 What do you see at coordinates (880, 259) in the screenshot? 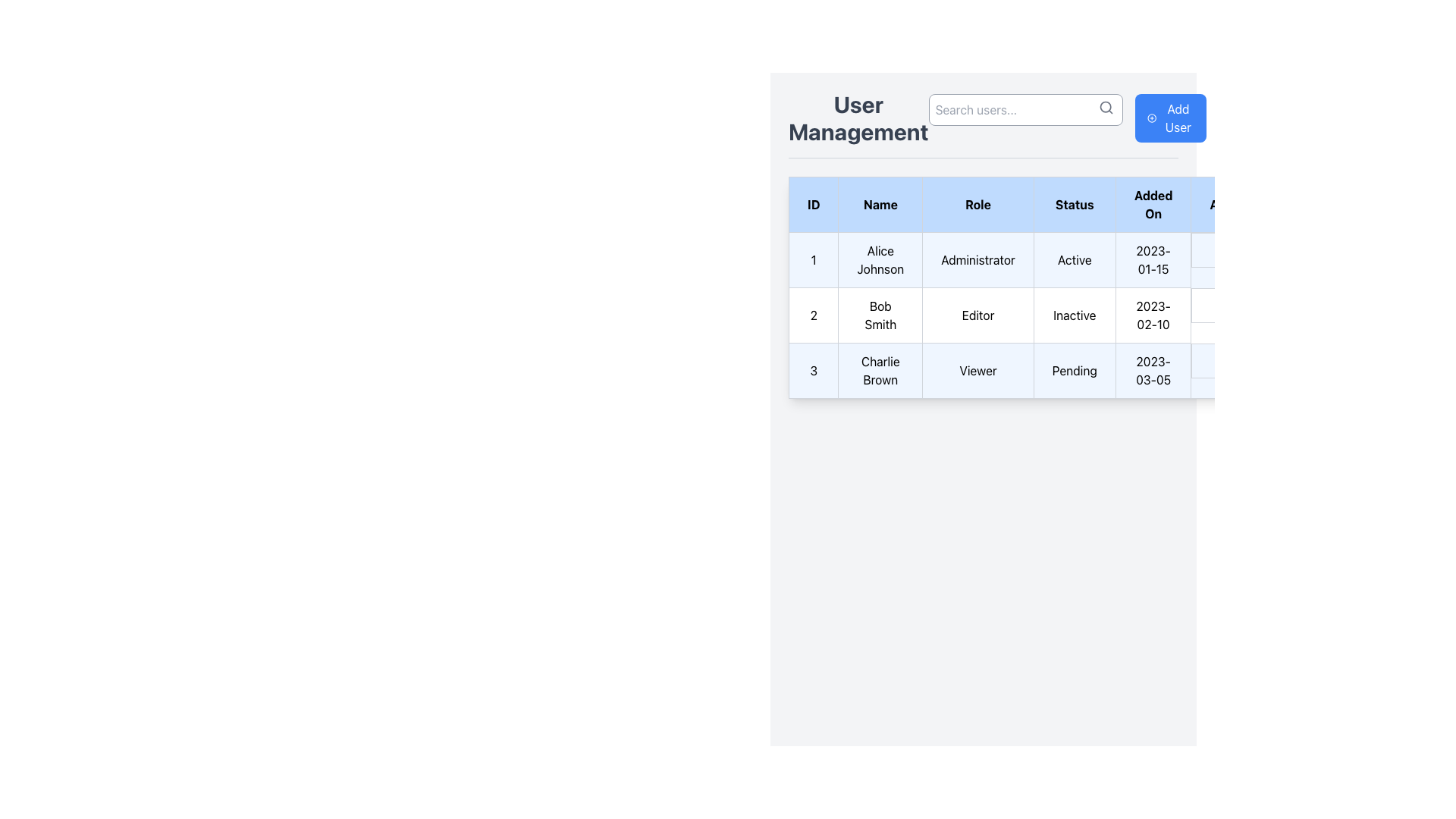
I see `the Text Display element that shows the user's name in the second column of the first row of the User Management table` at bounding box center [880, 259].